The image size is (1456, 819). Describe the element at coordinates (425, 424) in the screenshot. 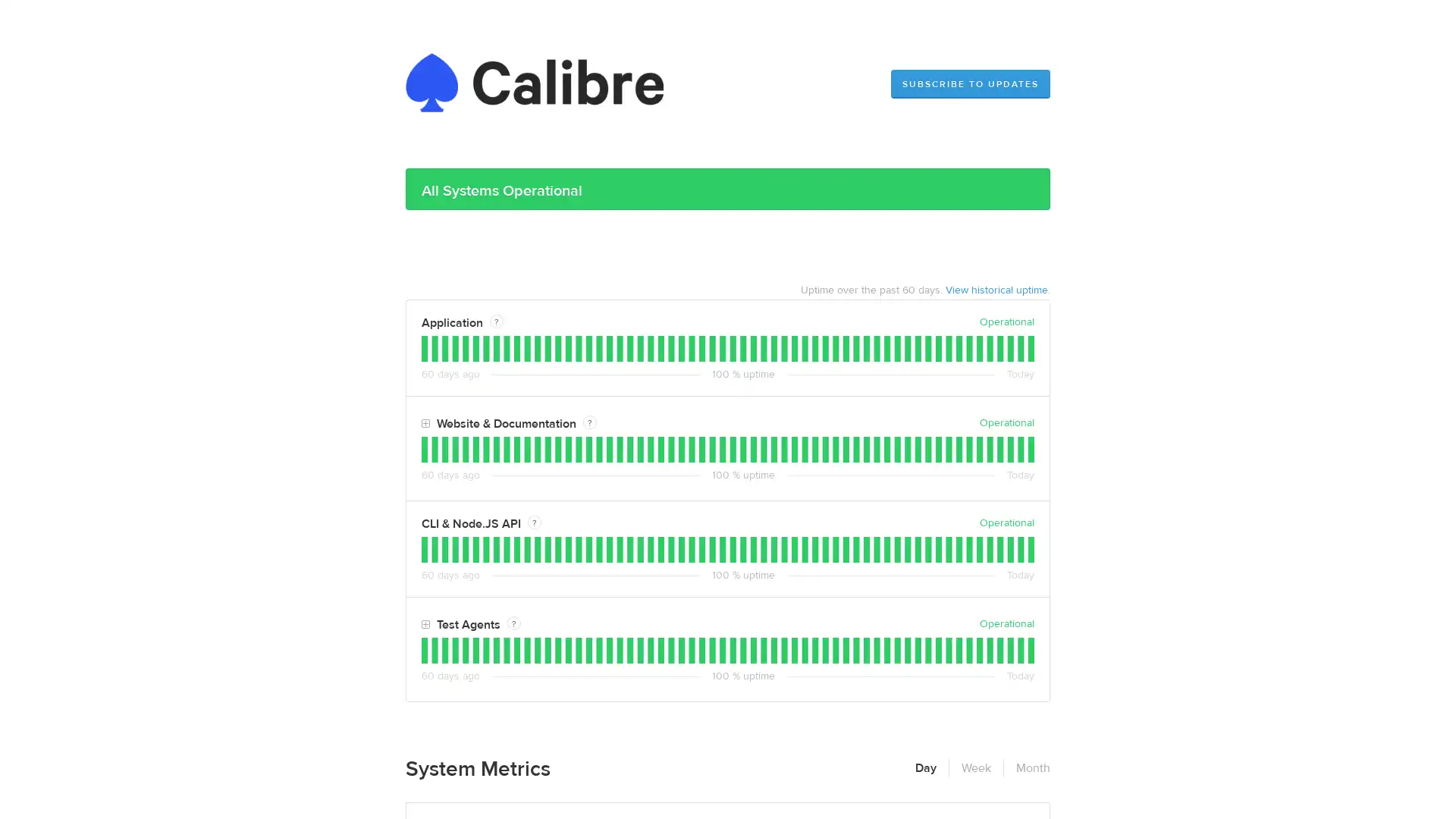

I see `Toggle Website & Documentation` at that location.